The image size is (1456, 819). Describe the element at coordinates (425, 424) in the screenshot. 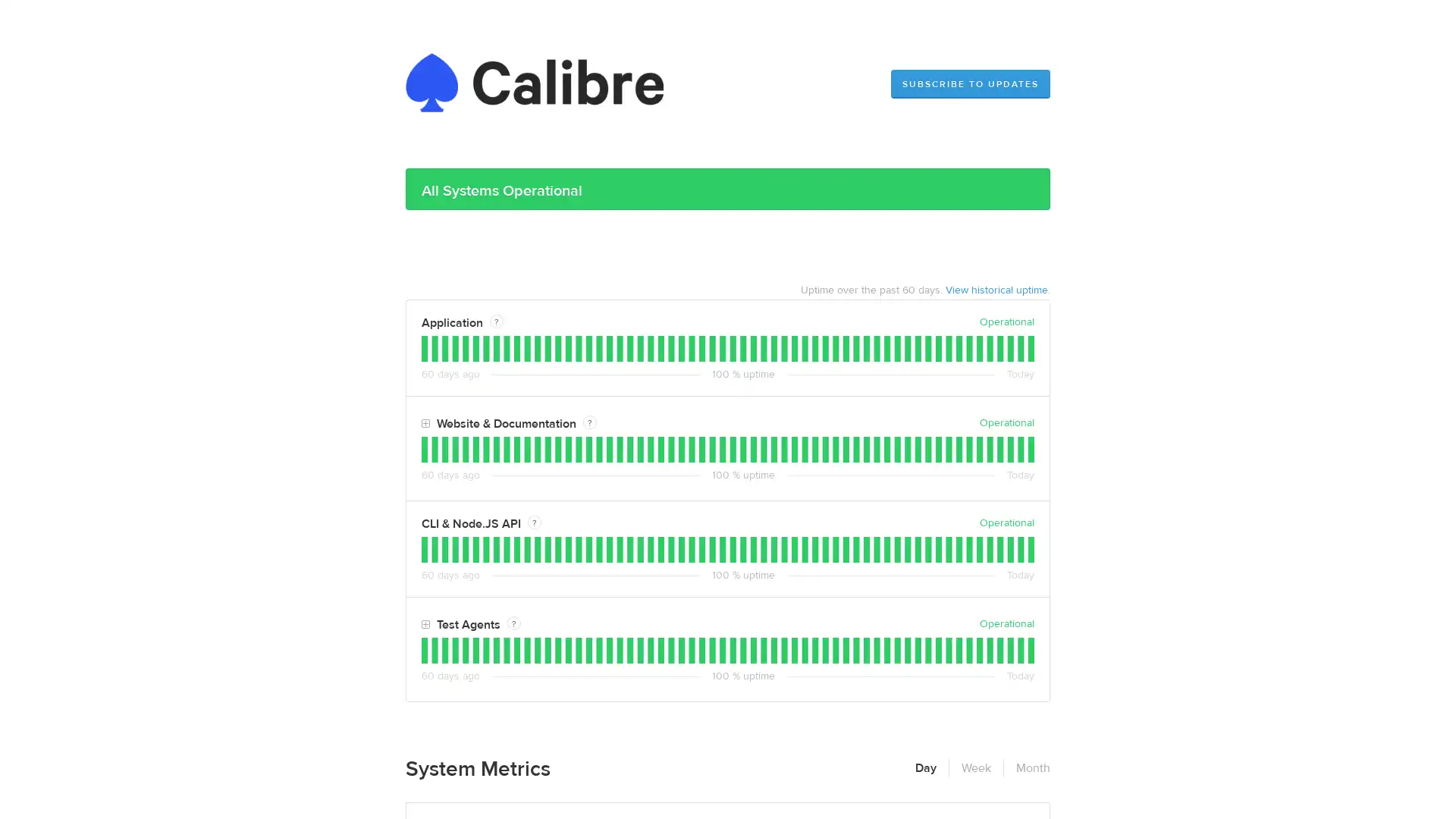

I see `Toggle Website & Documentation` at that location.